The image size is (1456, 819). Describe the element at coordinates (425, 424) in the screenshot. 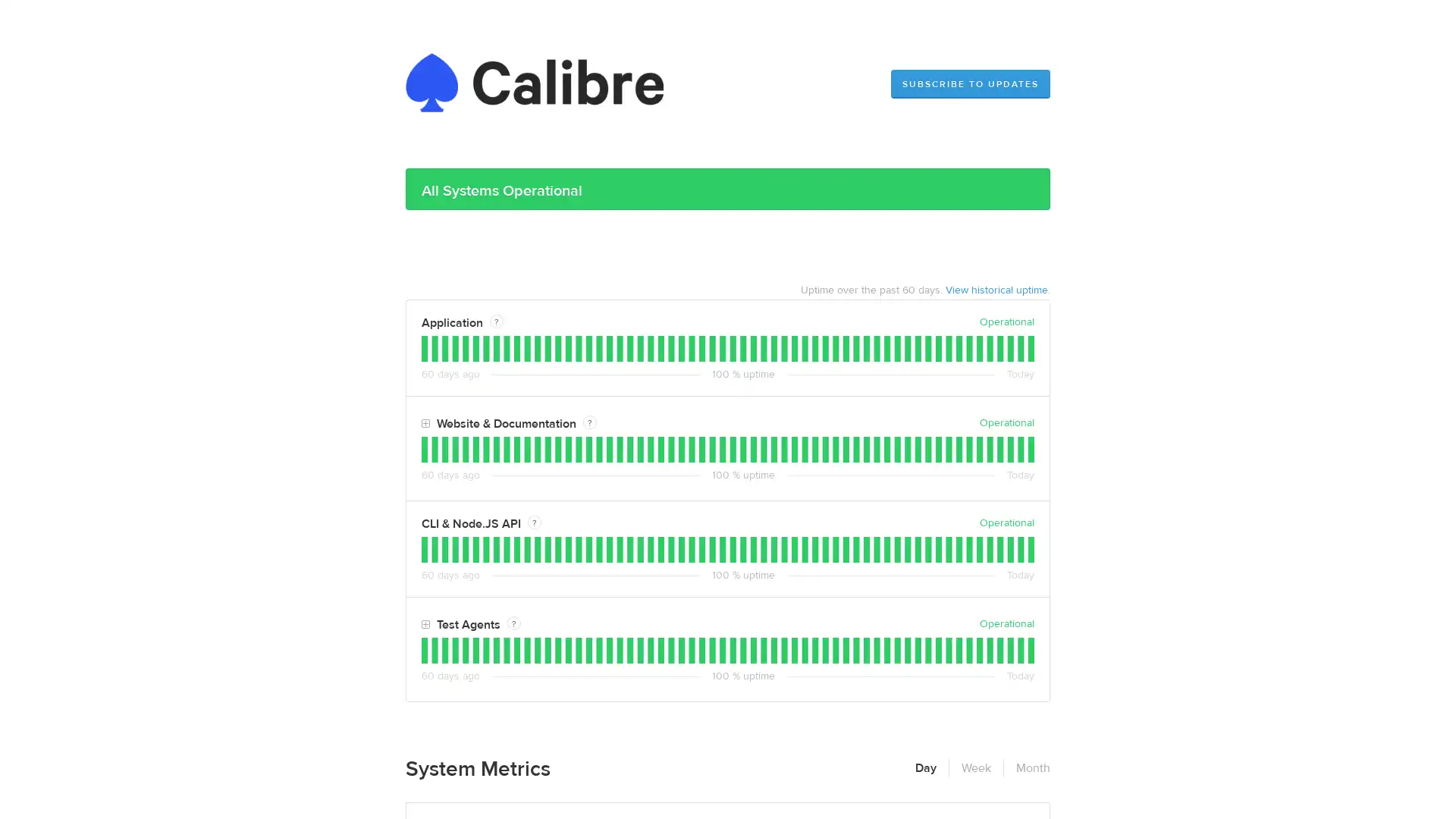

I see `Toggle Website & Documentation` at that location.